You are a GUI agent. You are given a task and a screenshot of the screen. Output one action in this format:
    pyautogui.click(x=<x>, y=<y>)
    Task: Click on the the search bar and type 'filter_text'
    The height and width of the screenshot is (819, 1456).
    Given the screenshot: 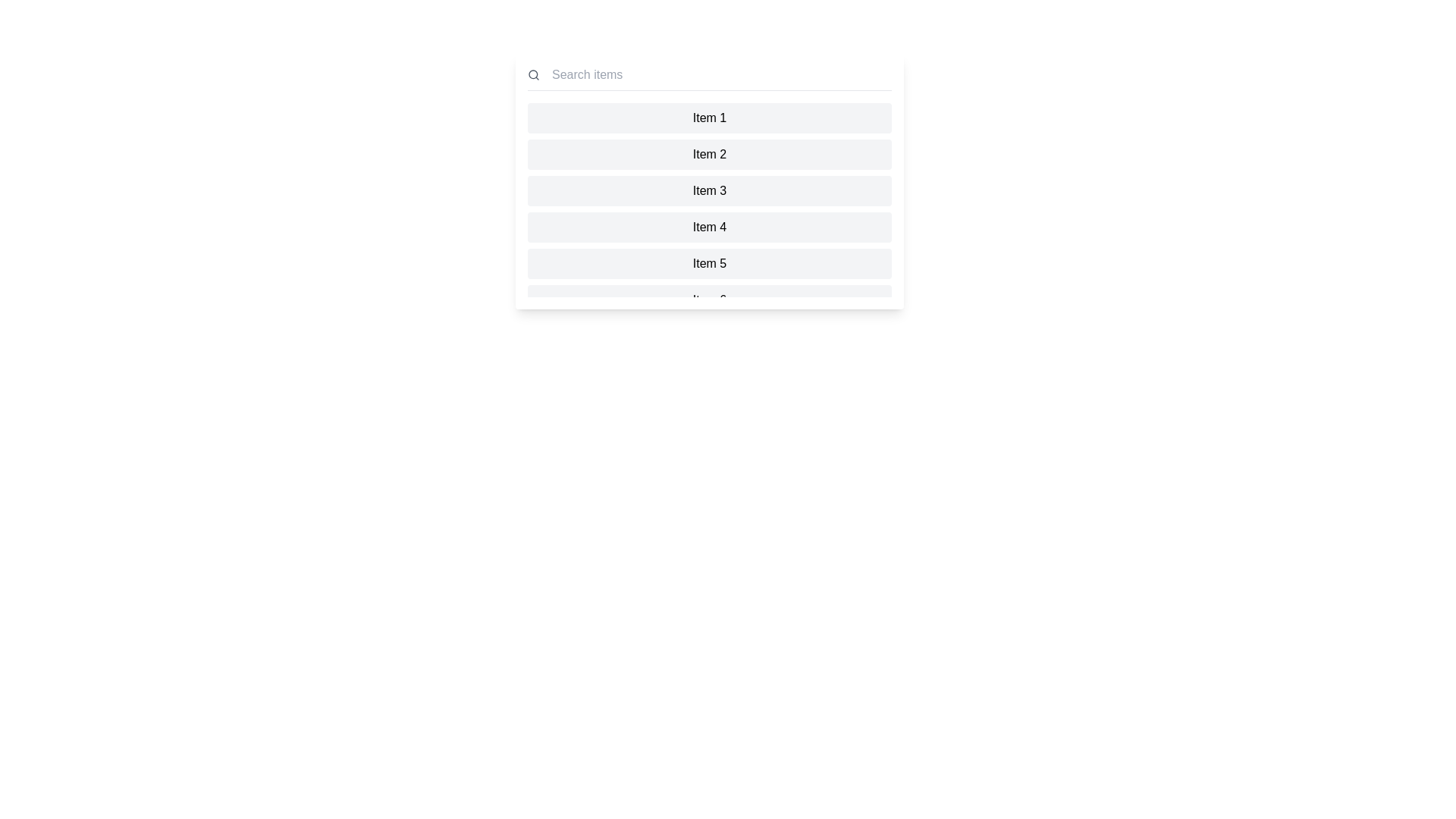 What is the action you would take?
    pyautogui.click(x=718, y=75)
    